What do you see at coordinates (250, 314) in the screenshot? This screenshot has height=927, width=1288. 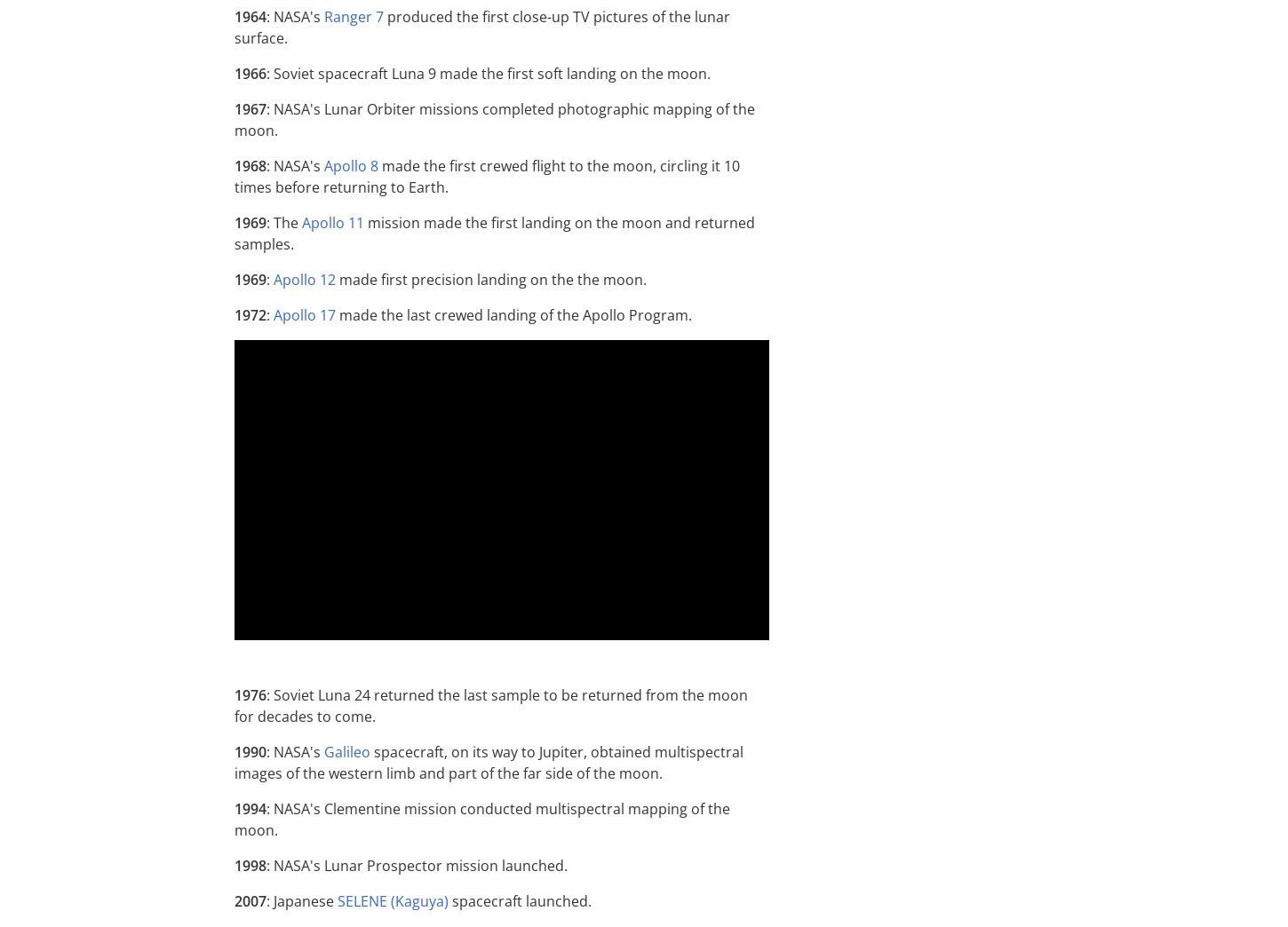 I see `'1972'` at bounding box center [250, 314].